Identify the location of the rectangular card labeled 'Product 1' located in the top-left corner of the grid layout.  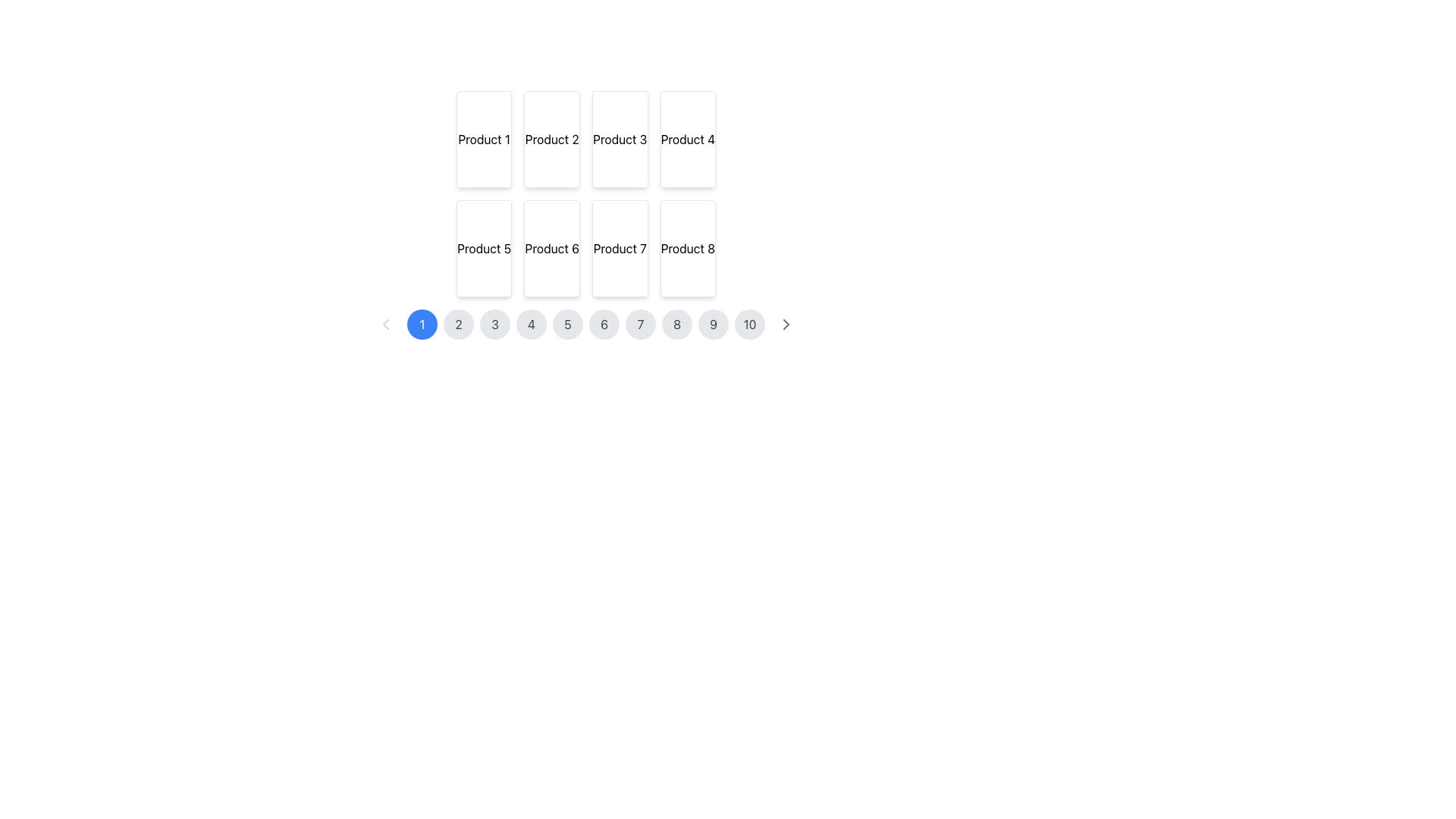
(483, 140).